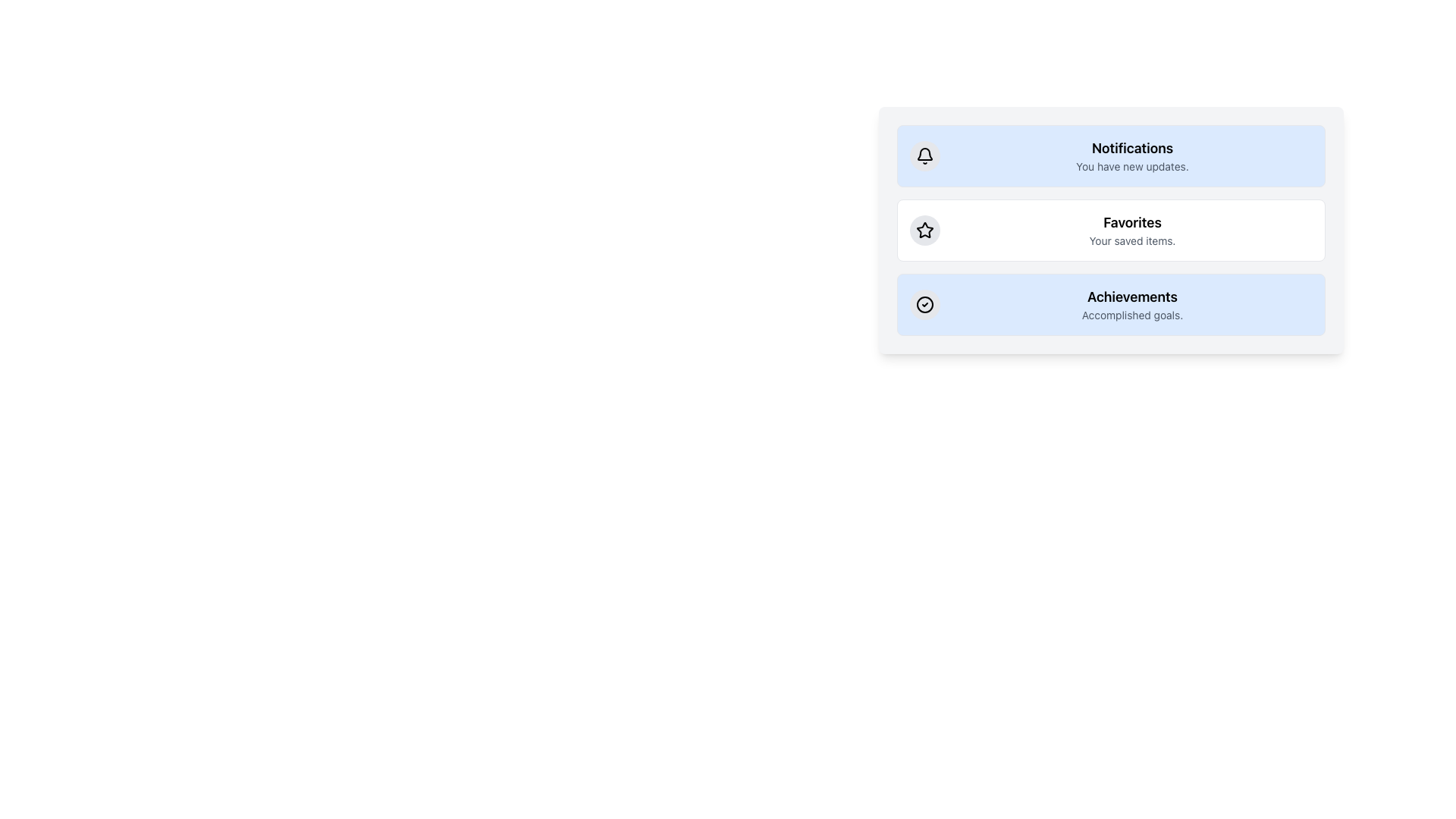 The image size is (1456, 819). I want to click on the star-shaped icon in the center of the 'Favorites' section, which is the middle entry in a vertical list of three options, so click(924, 231).